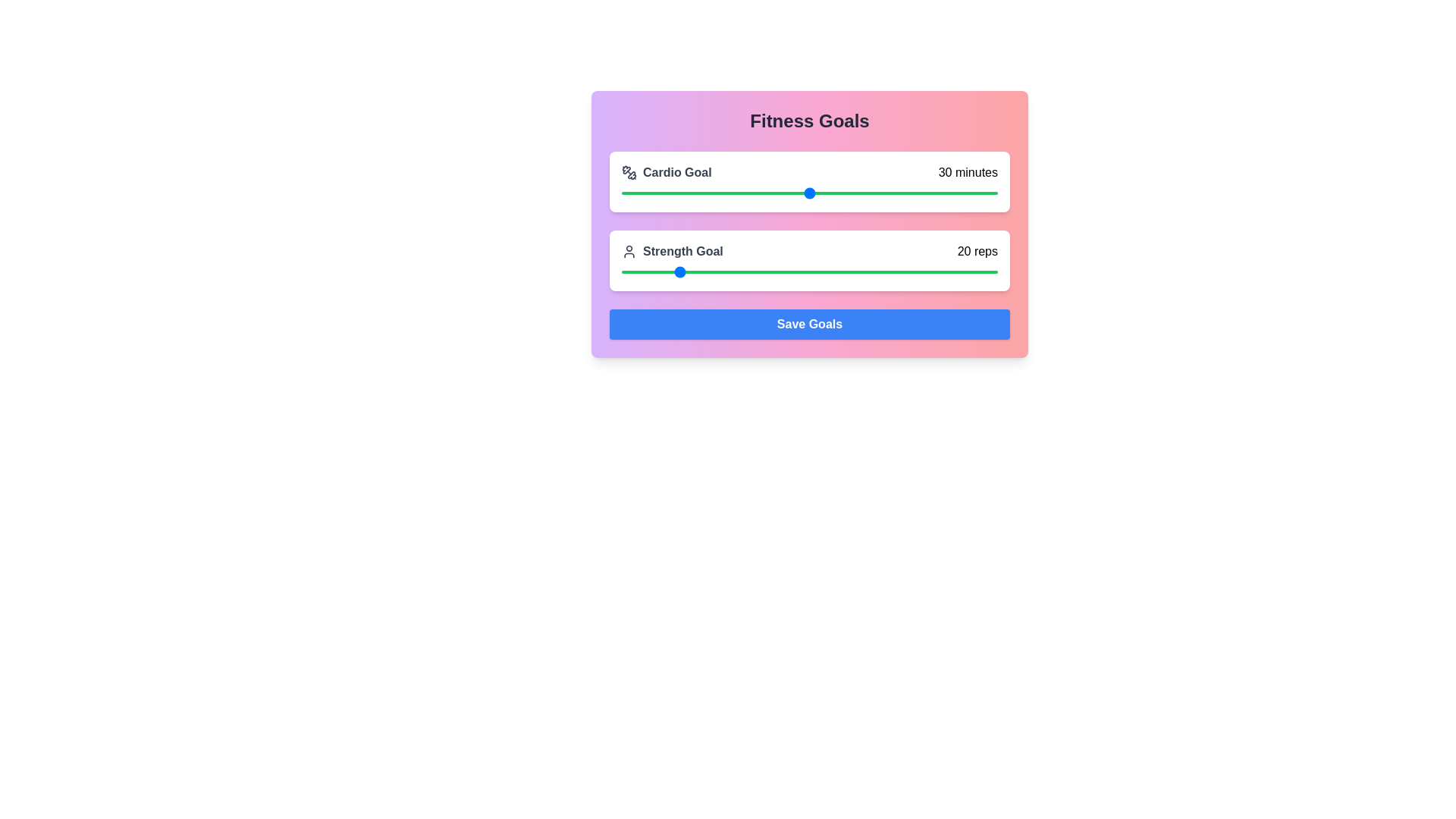 This screenshot has height=819, width=1456. I want to click on the cardio goal, so click(934, 192).